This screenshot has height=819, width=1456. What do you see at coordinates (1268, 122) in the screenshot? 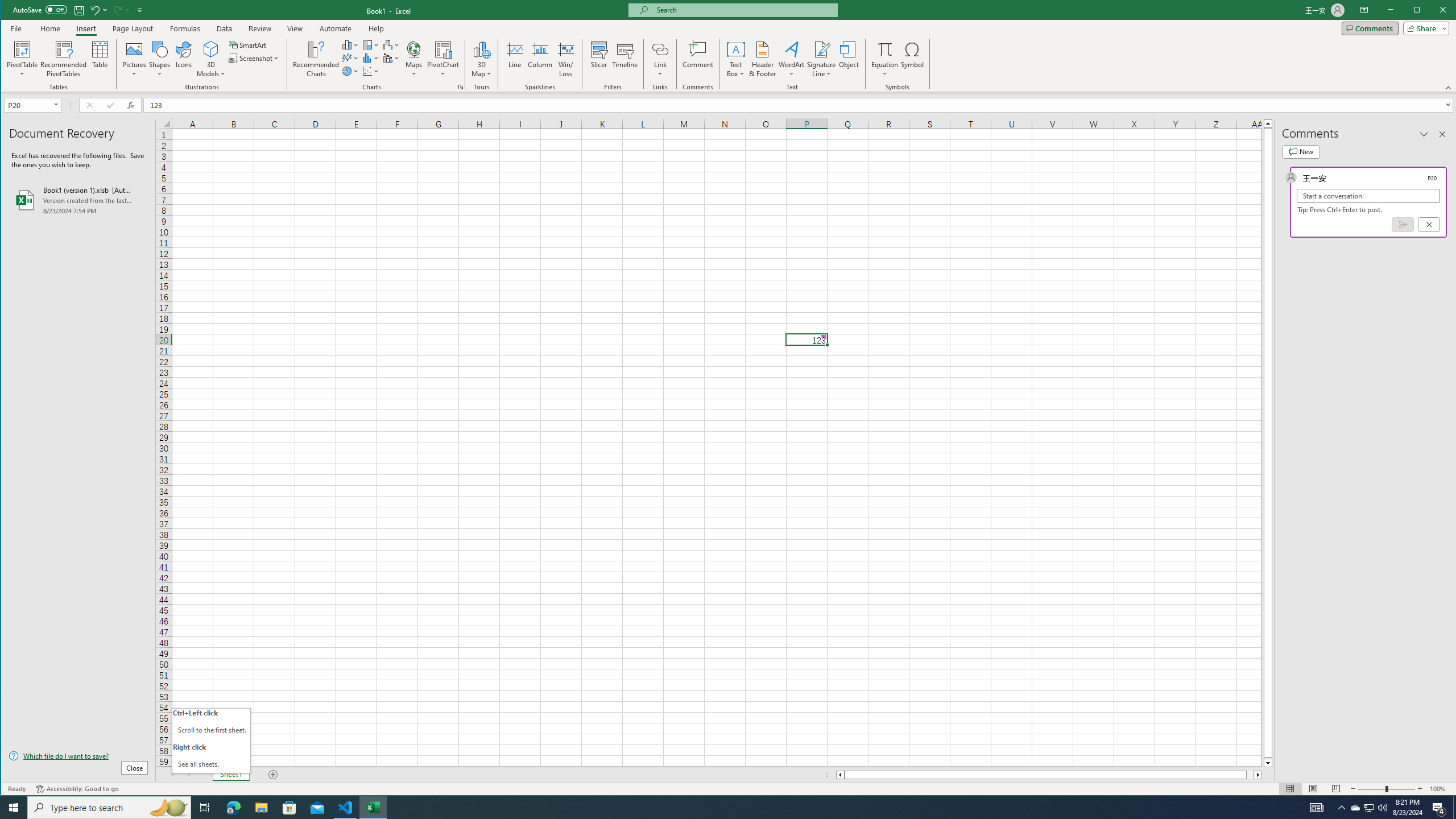
I see `'Line up'` at bounding box center [1268, 122].